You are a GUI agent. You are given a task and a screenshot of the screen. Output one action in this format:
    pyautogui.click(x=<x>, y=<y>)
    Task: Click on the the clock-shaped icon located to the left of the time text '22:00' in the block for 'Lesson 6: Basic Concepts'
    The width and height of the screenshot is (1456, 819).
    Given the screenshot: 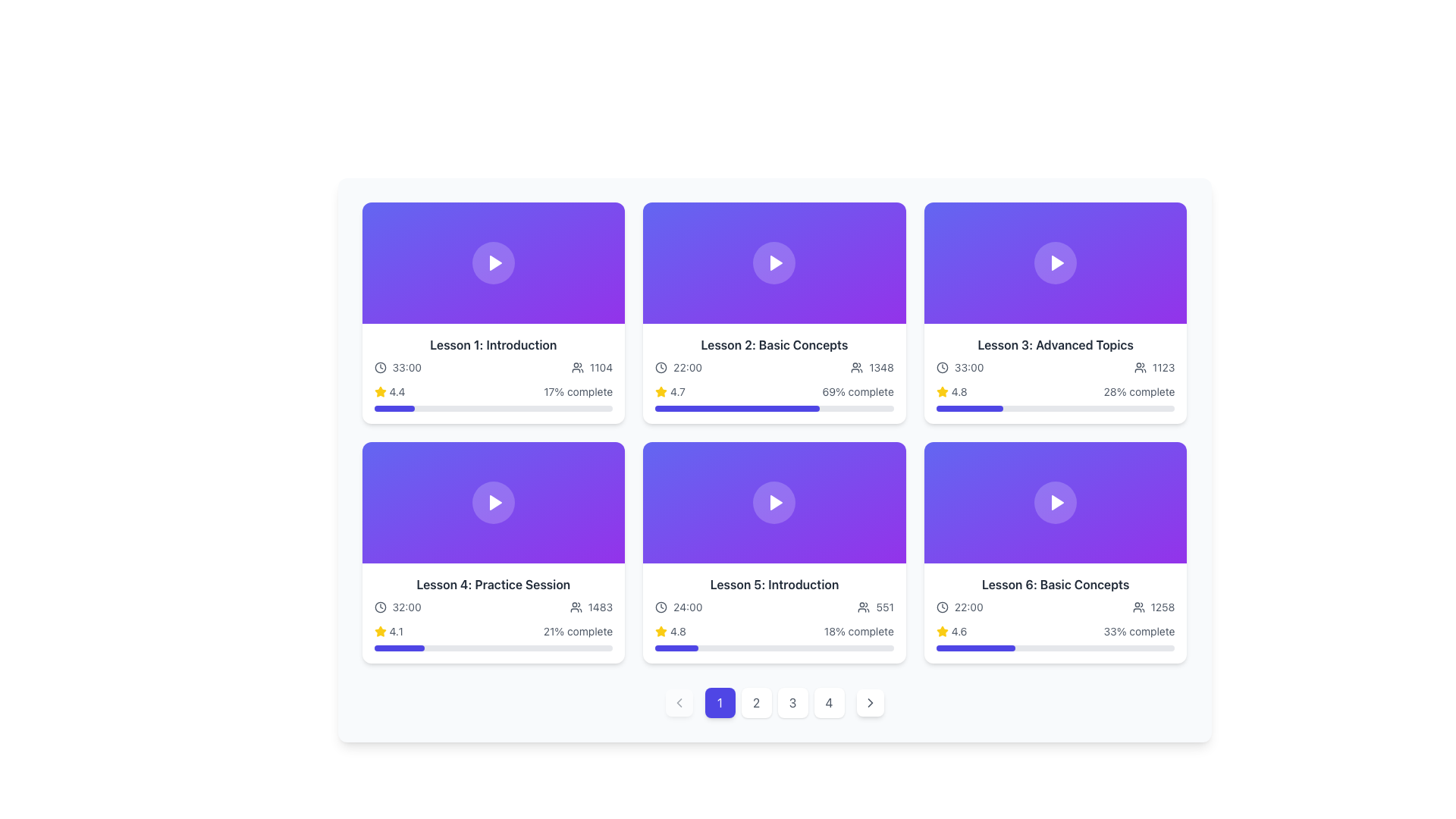 What is the action you would take?
    pyautogui.click(x=941, y=607)
    